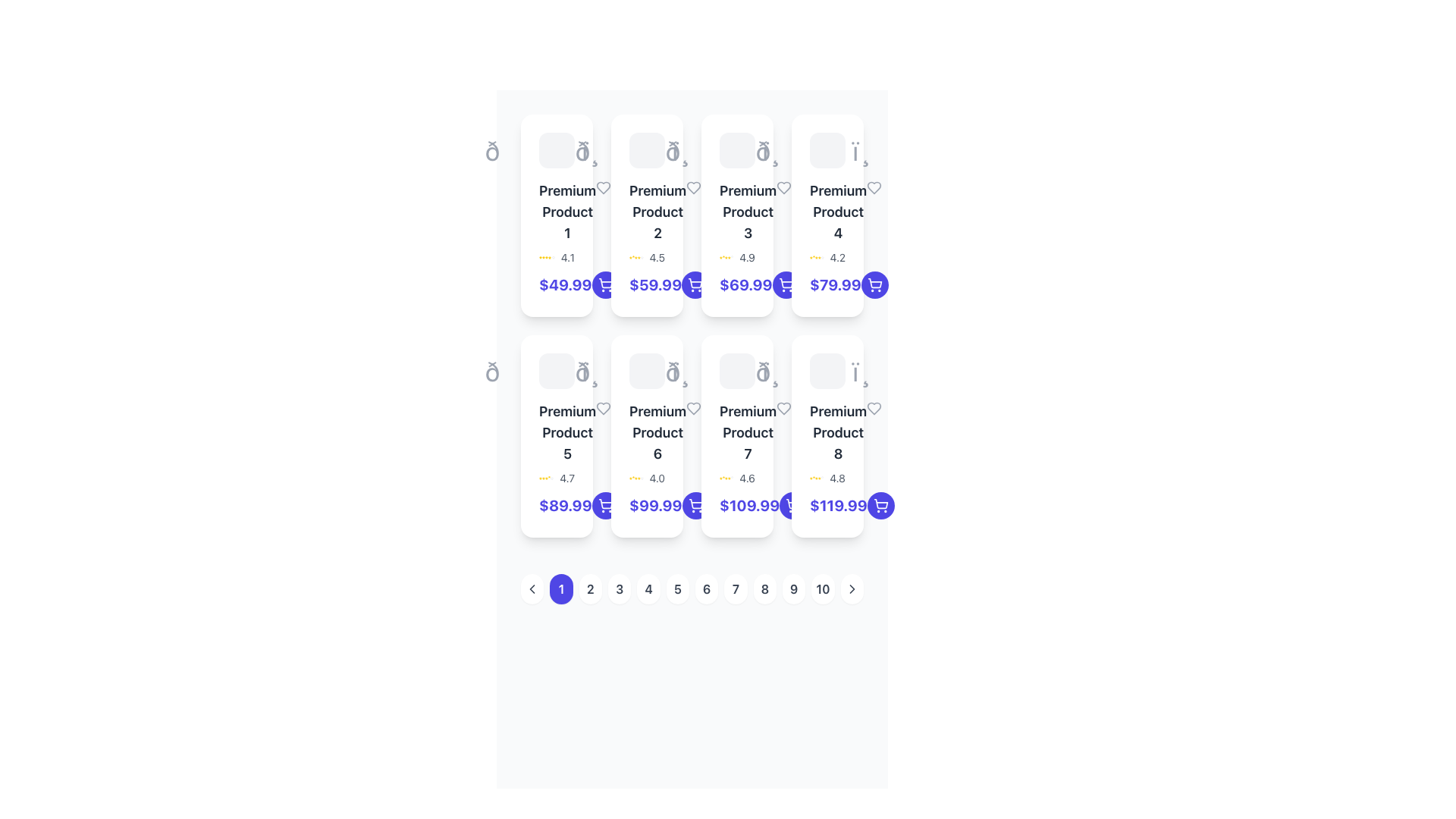  Describe the element at coordinates (556, 215) in the screenshot. I see `the product name 'Premium Product 1' in the product card located at the top-left corner of the marketplace interface` at that location.